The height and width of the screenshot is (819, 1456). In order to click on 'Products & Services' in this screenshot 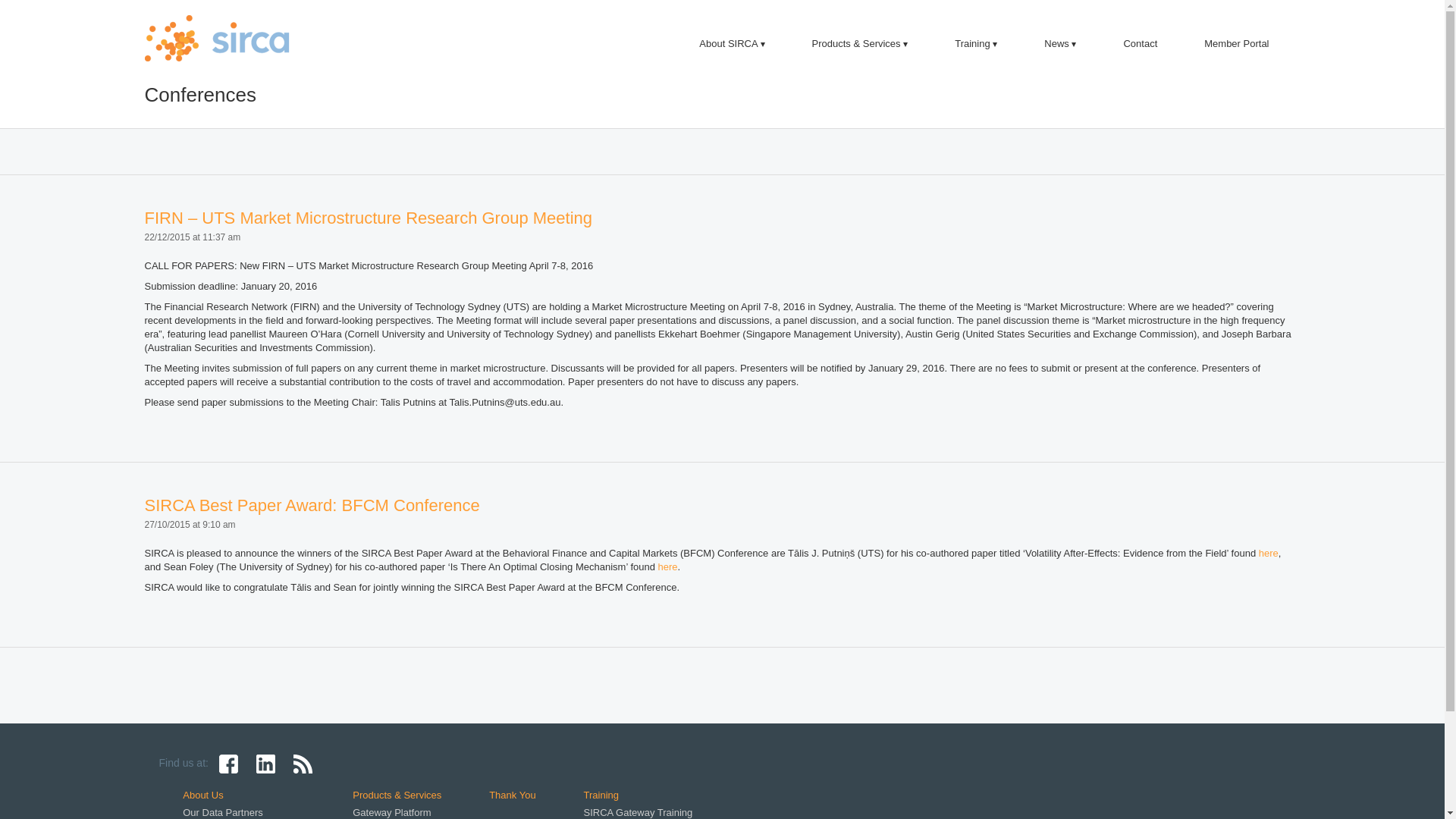, I will do `click(860, 42)`.